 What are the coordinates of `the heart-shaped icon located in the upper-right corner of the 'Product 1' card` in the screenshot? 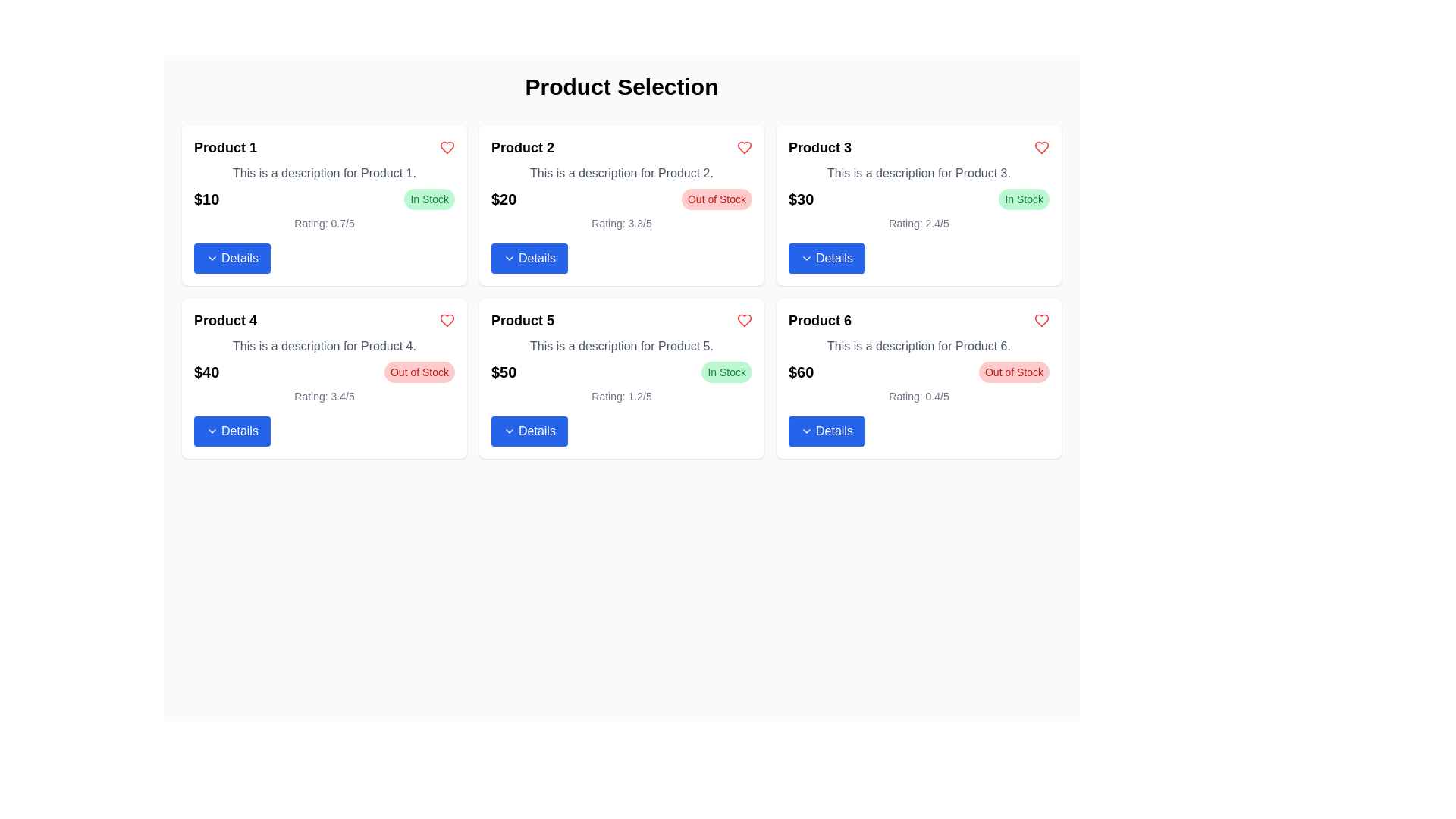 It's located at (447, 148).